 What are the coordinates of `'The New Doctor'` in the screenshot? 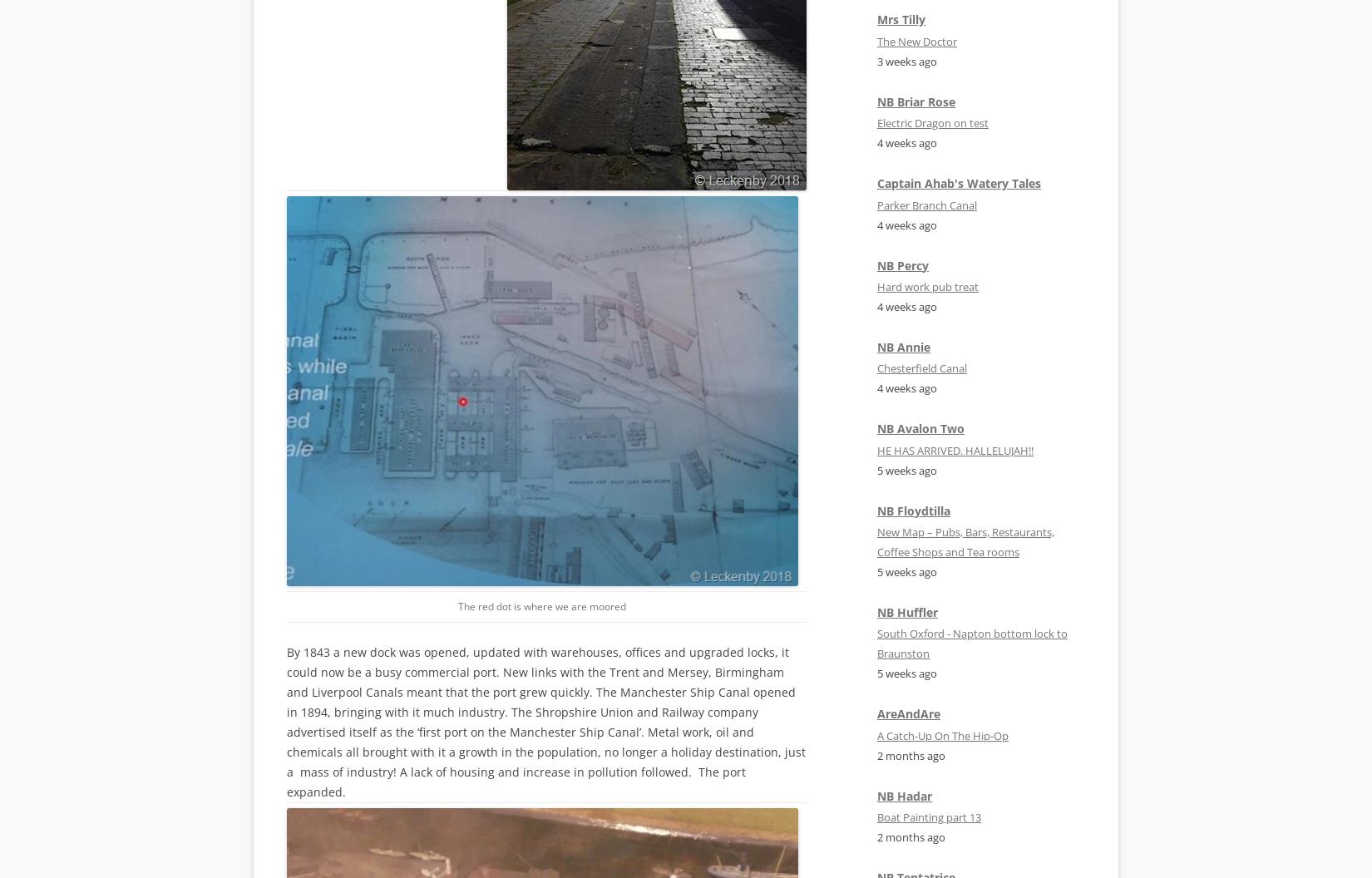 It's located at (917, 40).